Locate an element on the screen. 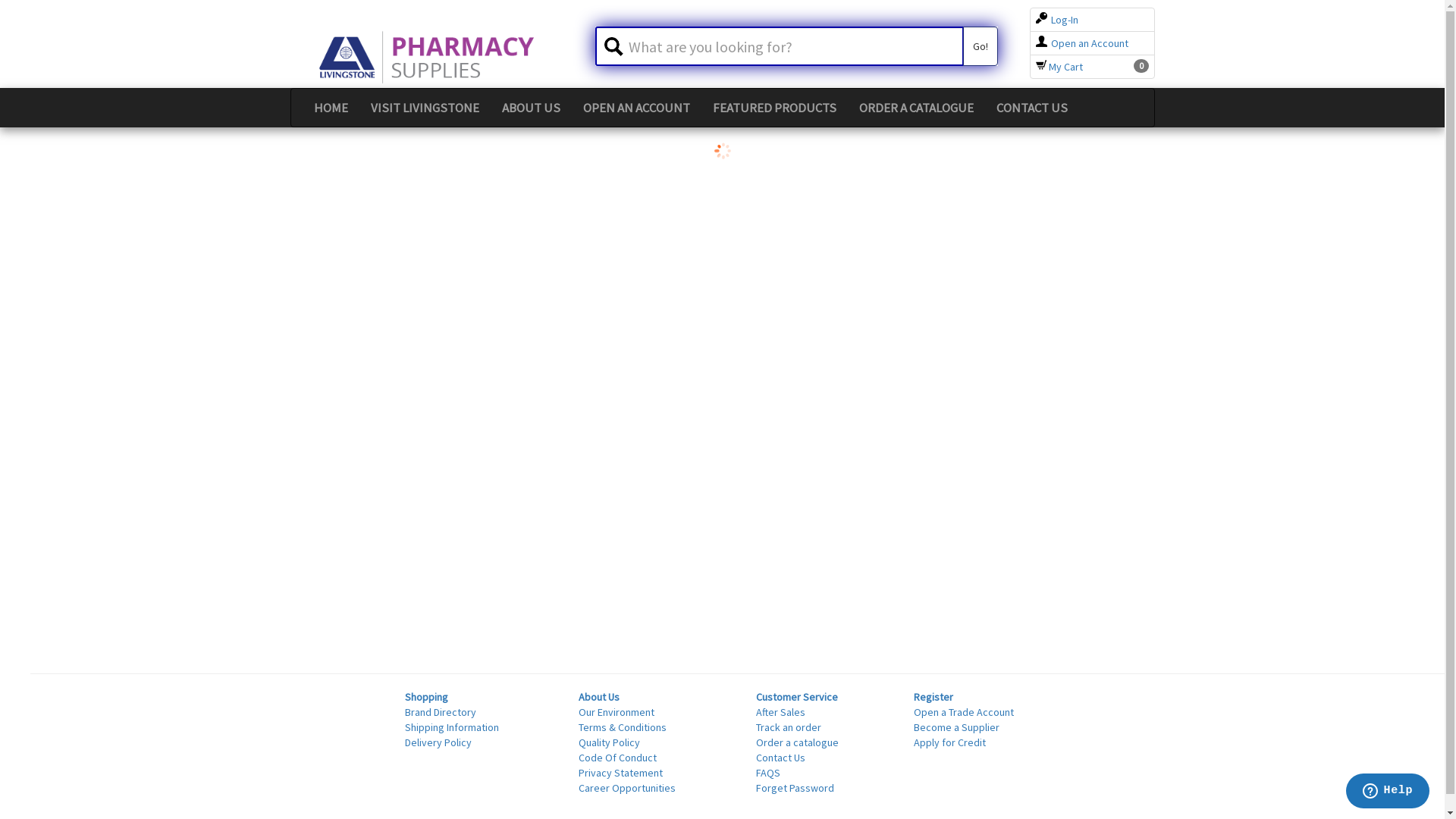 The height and width of the screenshot is (819, 1456). 'Order a catalogue' is located at coordinates (796, 742).